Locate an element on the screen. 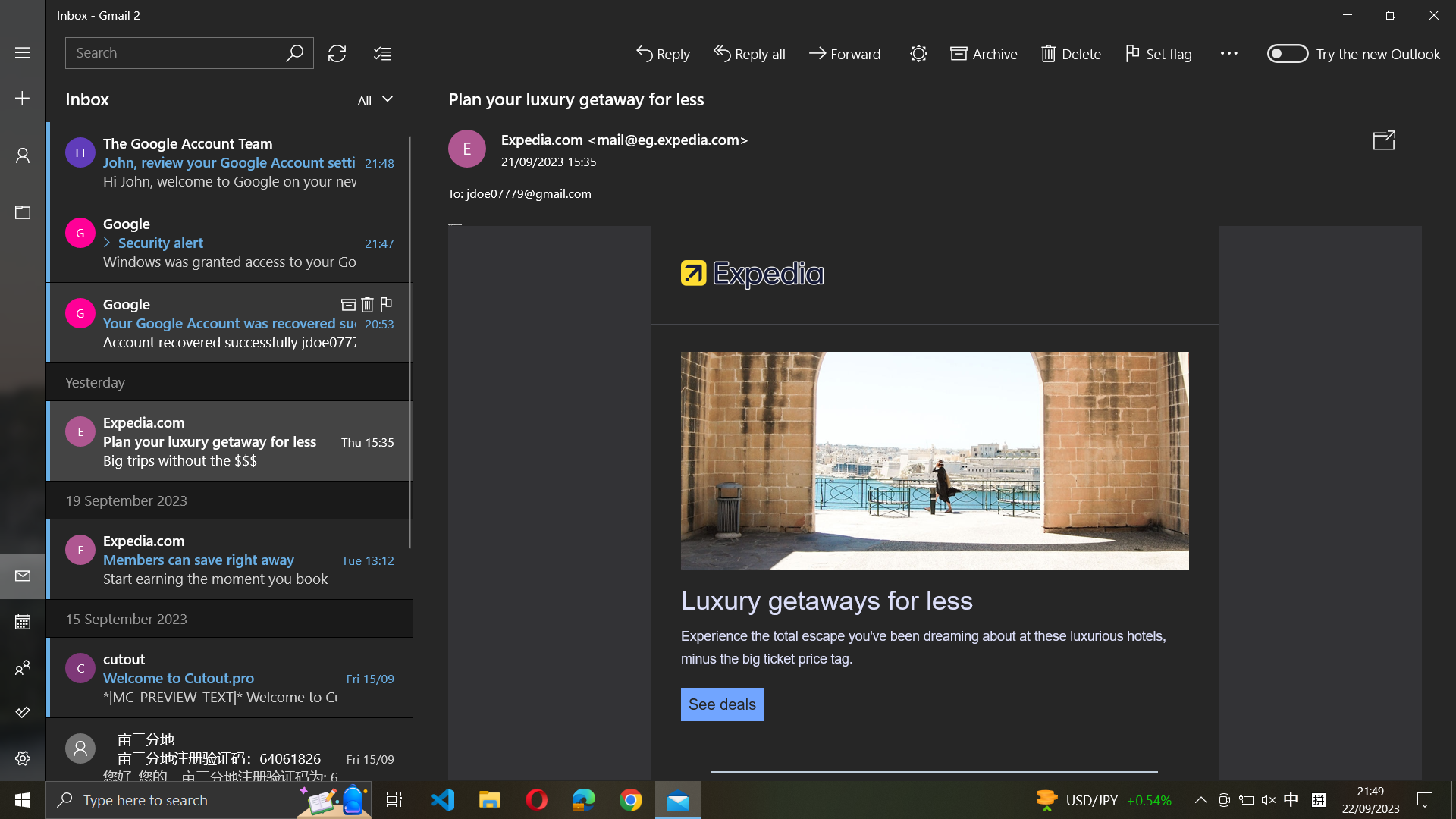 The image size is (1456, 819). Archive the current email is located at coordinates (982, 51).